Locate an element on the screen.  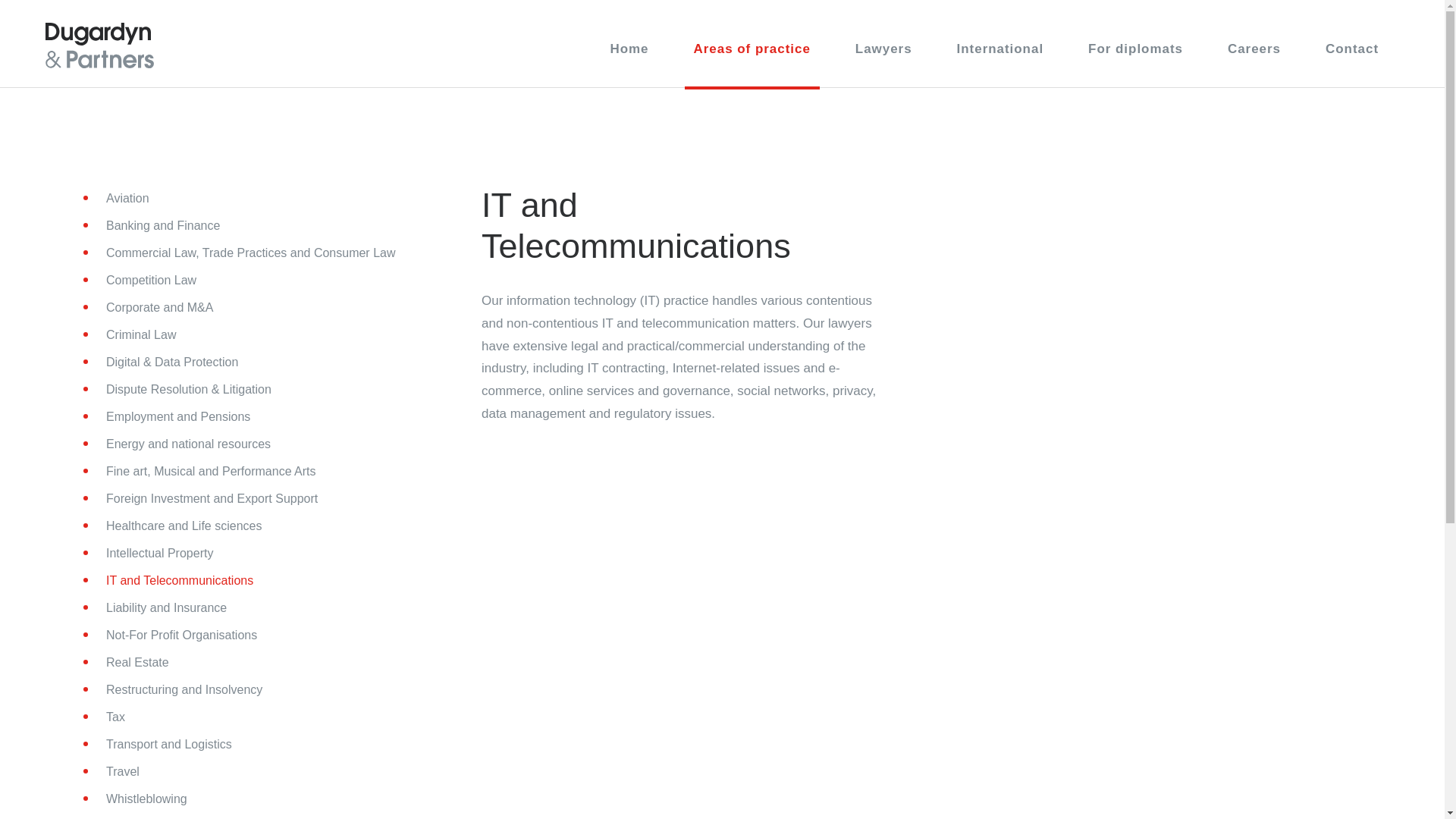
'Dugardyn & Partners' is located at coordinates (99, 45).